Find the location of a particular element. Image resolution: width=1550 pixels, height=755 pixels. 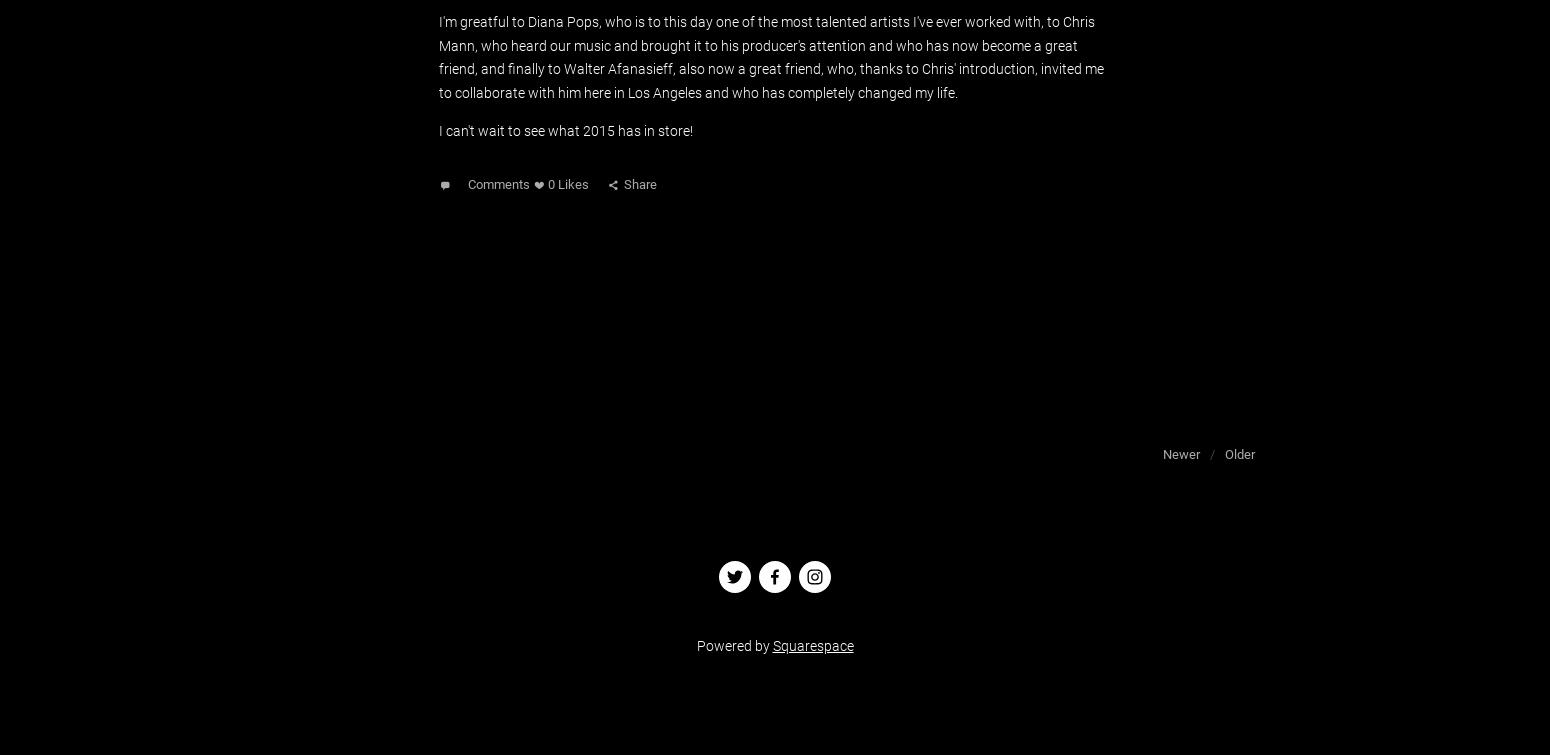

'Comments' is located at coordinates (497, 184).